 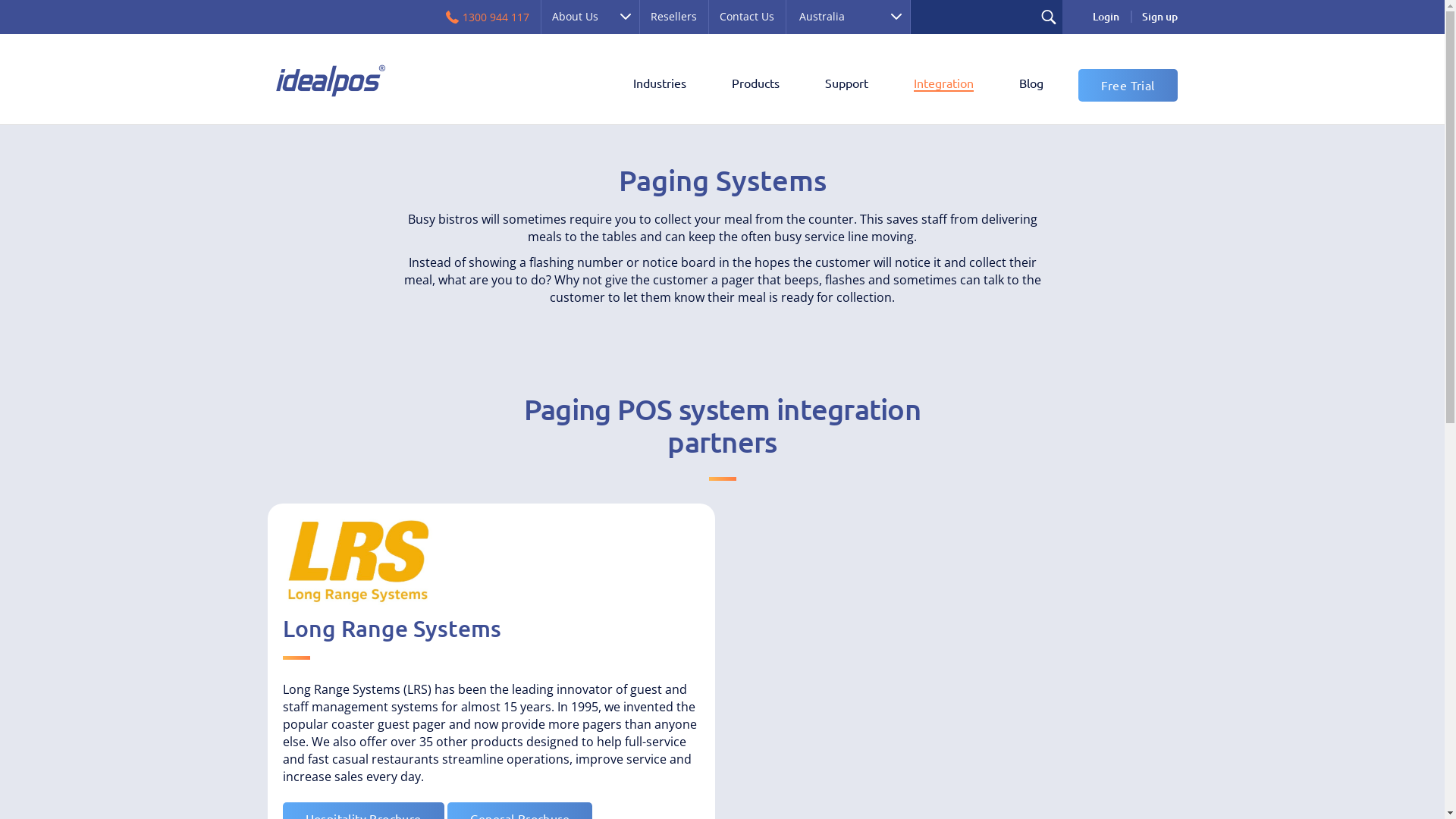 What do you see at coordinates (588, 17) in the screenshot?
I see `'About Us'` at bounding box center [588, 17].